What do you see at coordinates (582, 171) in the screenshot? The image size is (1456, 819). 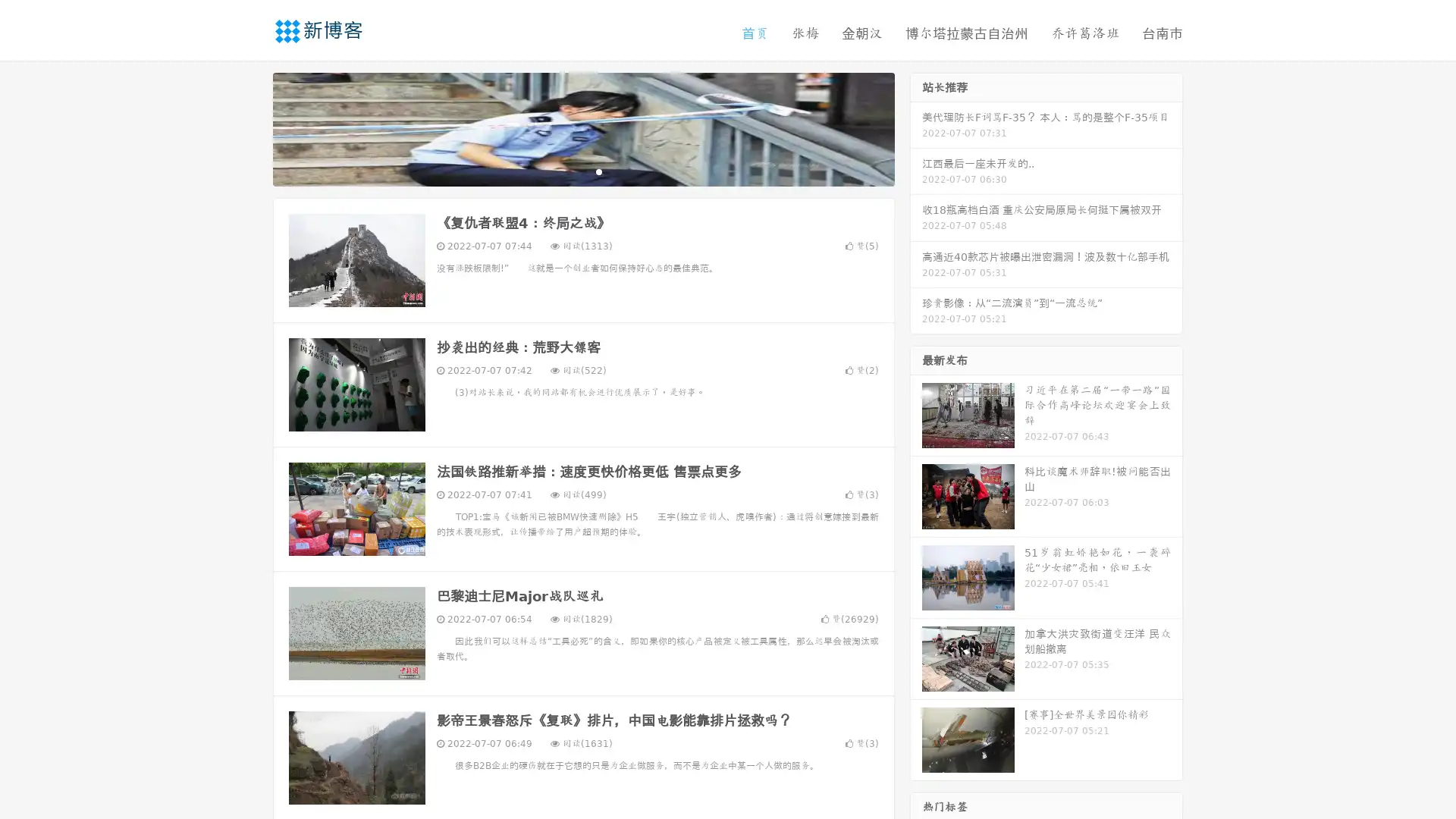 I see `Go to slide 2` at bounding box center [582, 171].